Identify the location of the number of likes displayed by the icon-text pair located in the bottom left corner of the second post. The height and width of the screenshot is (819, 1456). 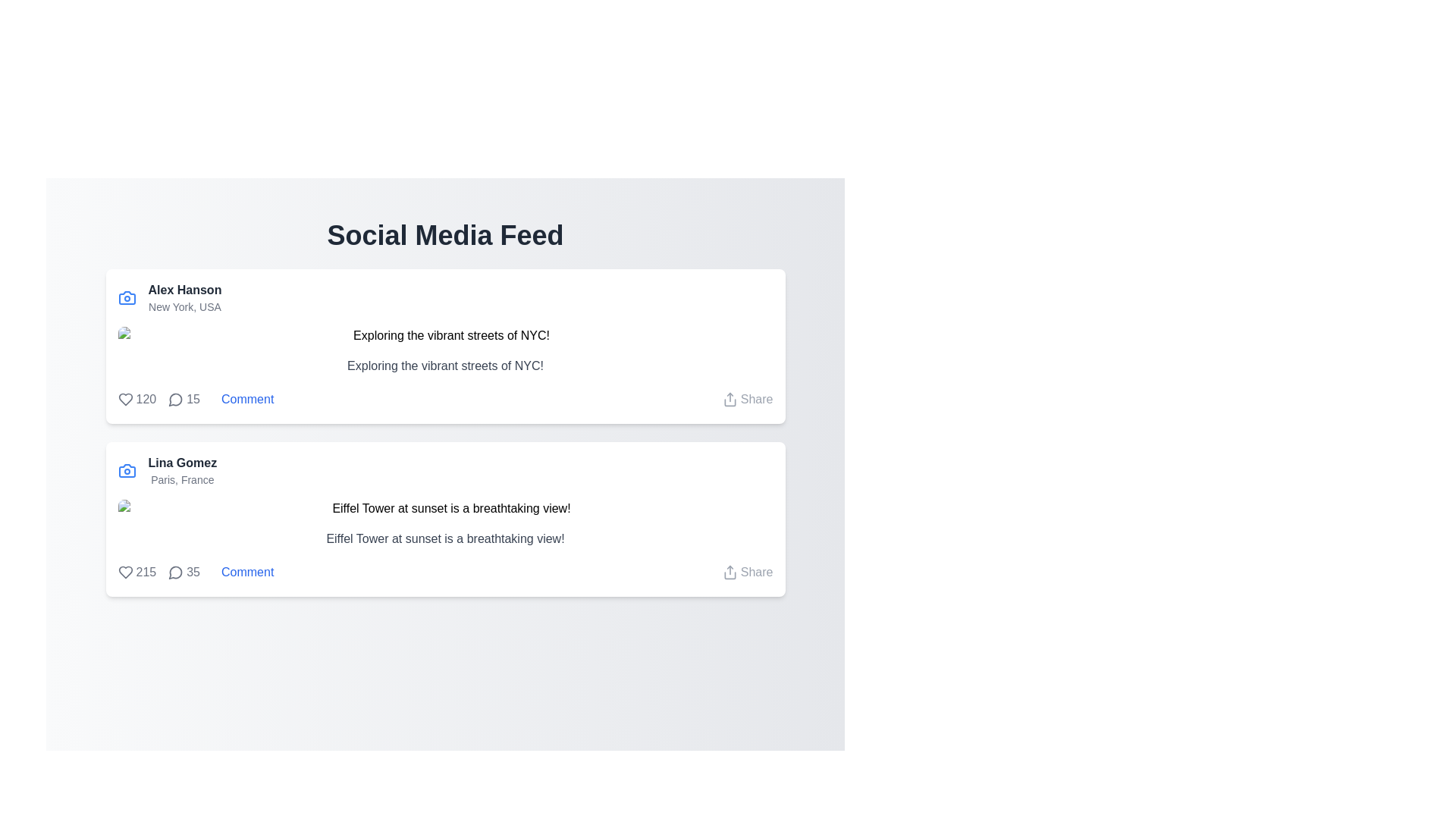
(136, 573).